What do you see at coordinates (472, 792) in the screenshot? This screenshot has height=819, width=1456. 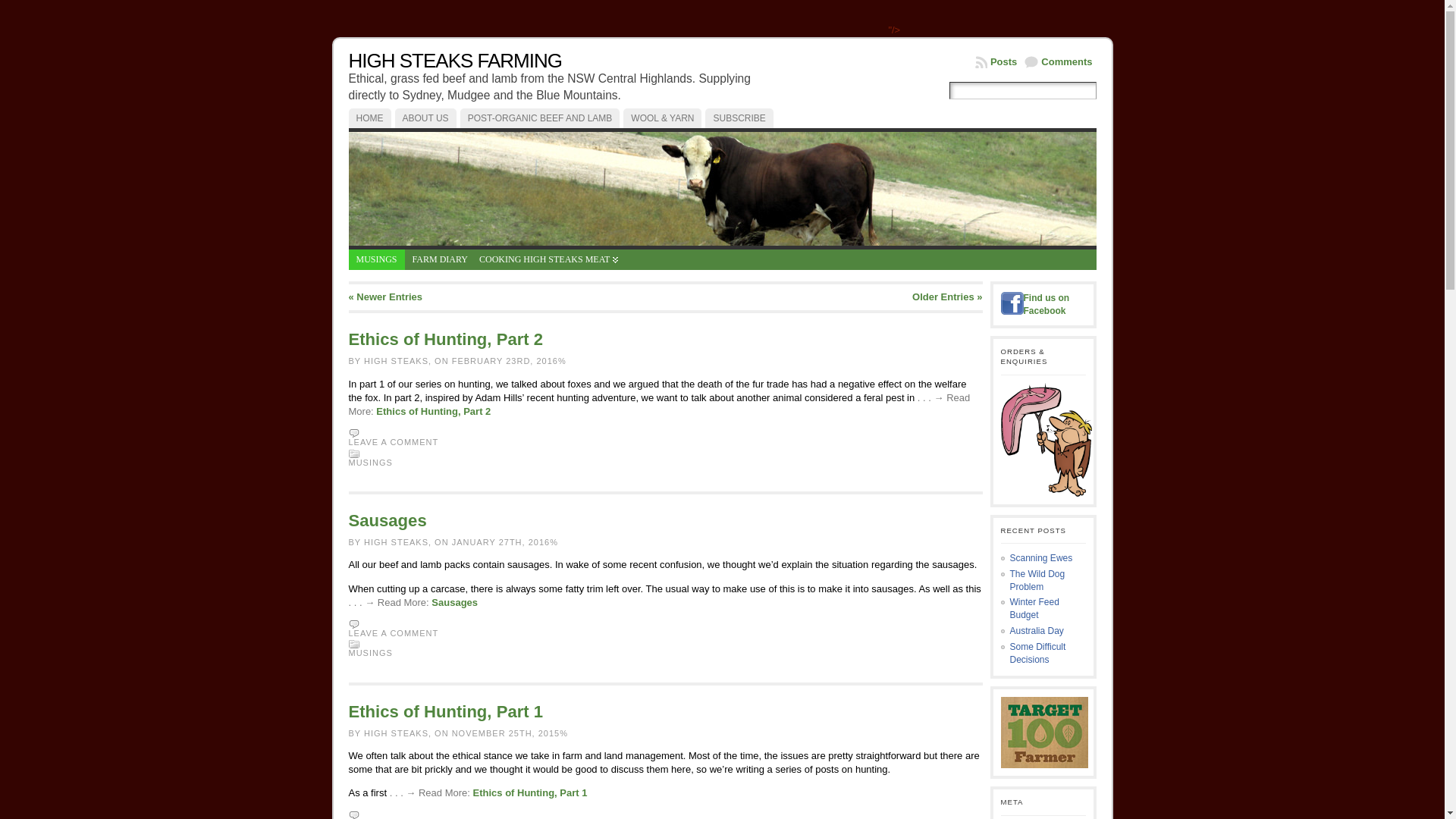 I see `'Ethics of Hunting, Part 1'` at bounding box center [472, 792].